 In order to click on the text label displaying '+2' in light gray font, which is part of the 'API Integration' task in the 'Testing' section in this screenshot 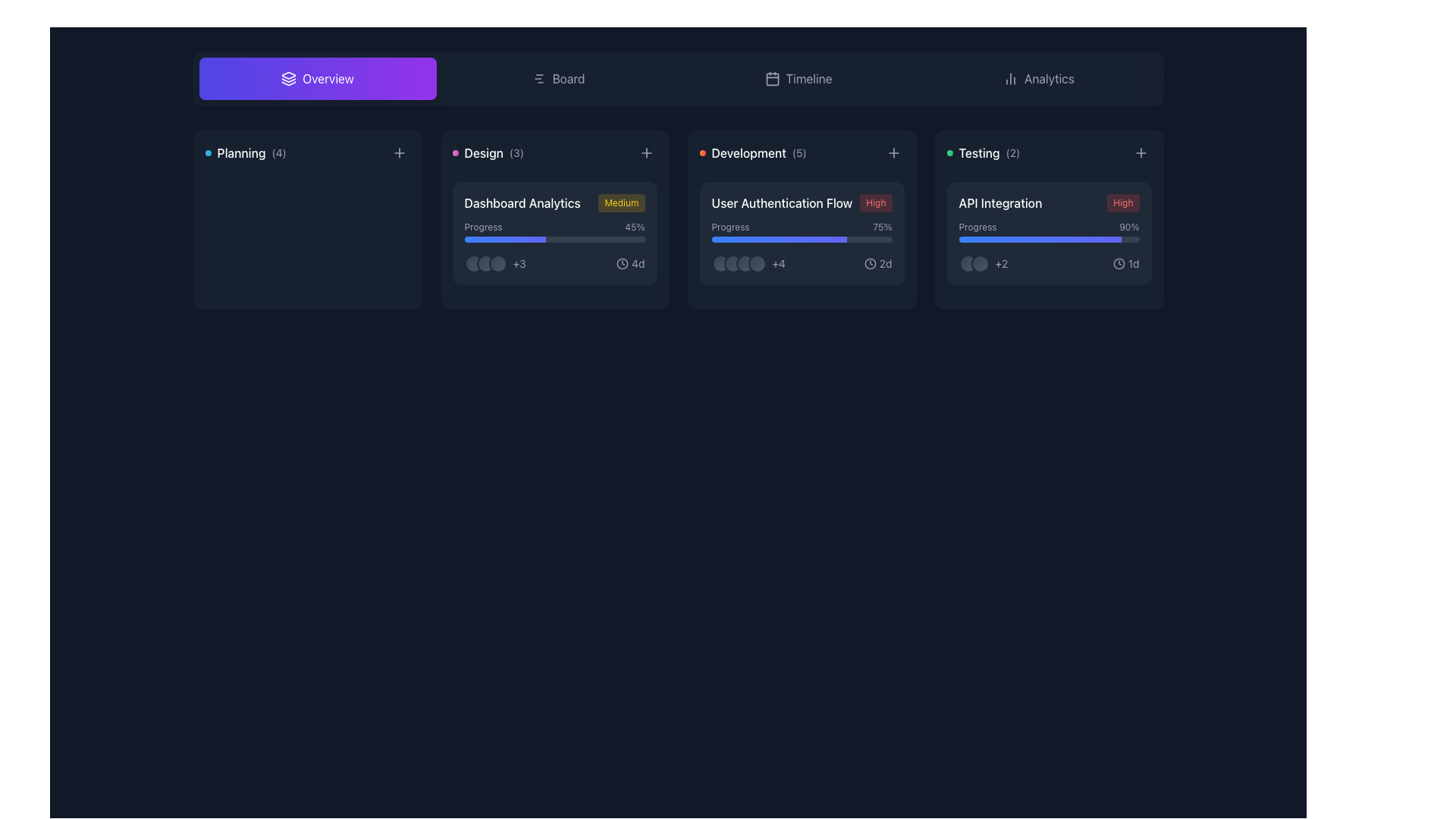, I will do `click(983, 262)`.